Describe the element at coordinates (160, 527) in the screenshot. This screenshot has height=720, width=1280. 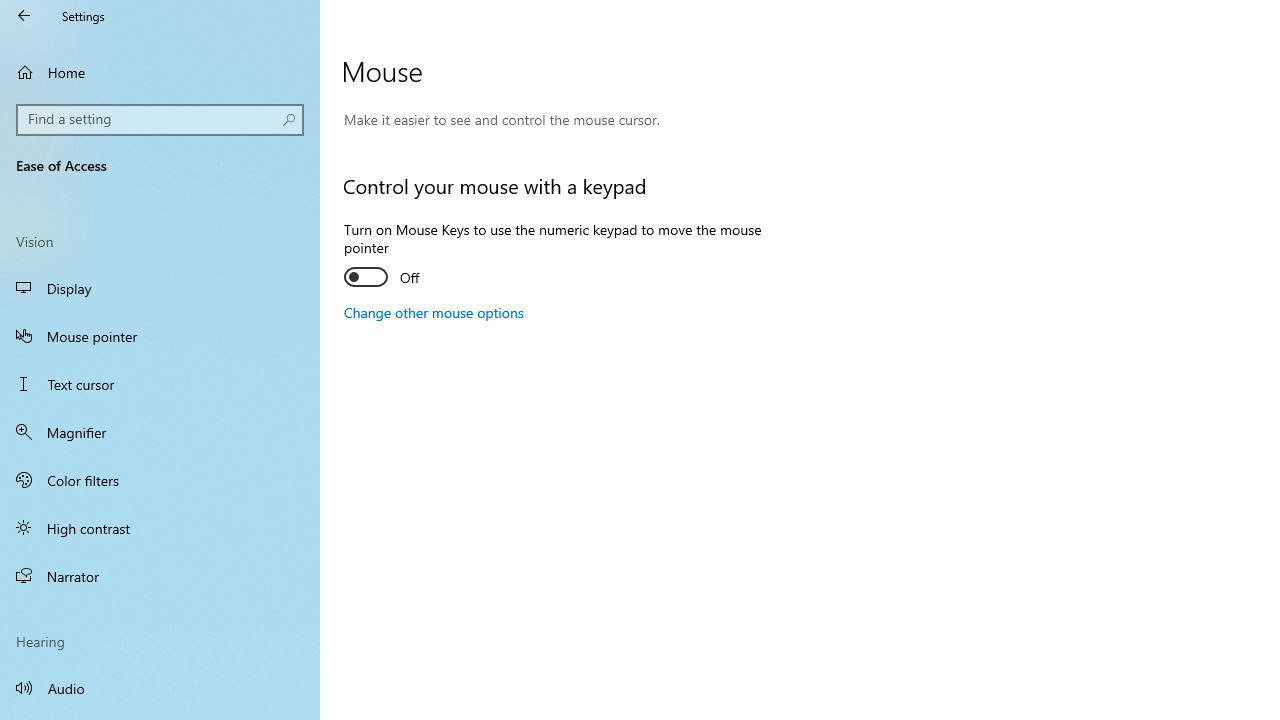
I see `'High contrast'` at that location.